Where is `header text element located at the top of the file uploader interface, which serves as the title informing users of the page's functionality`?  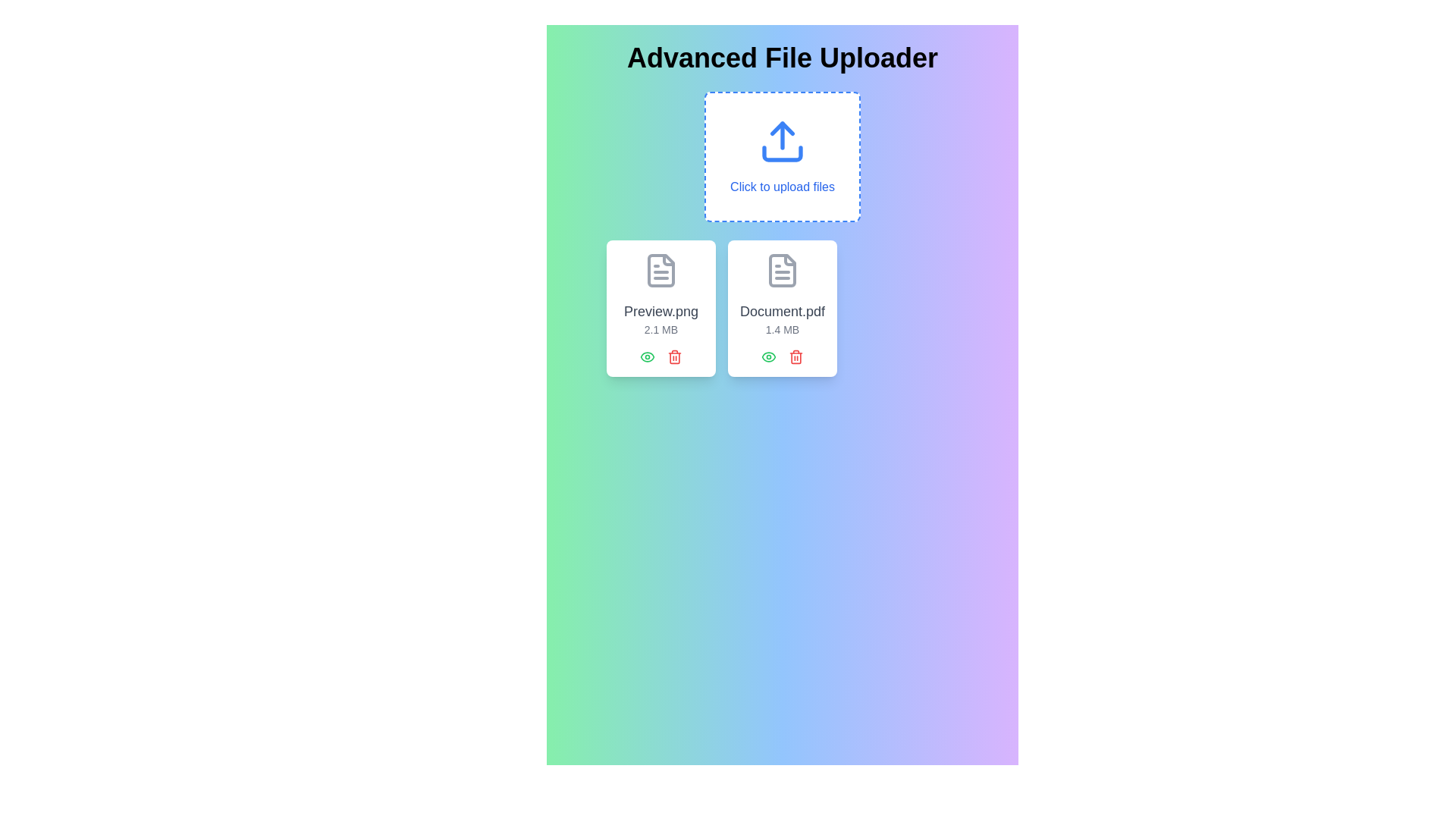 header text element located at the top of the file uploader interface, which serves as the title informing users of the page's functionality is located at coordinates (783, 58).